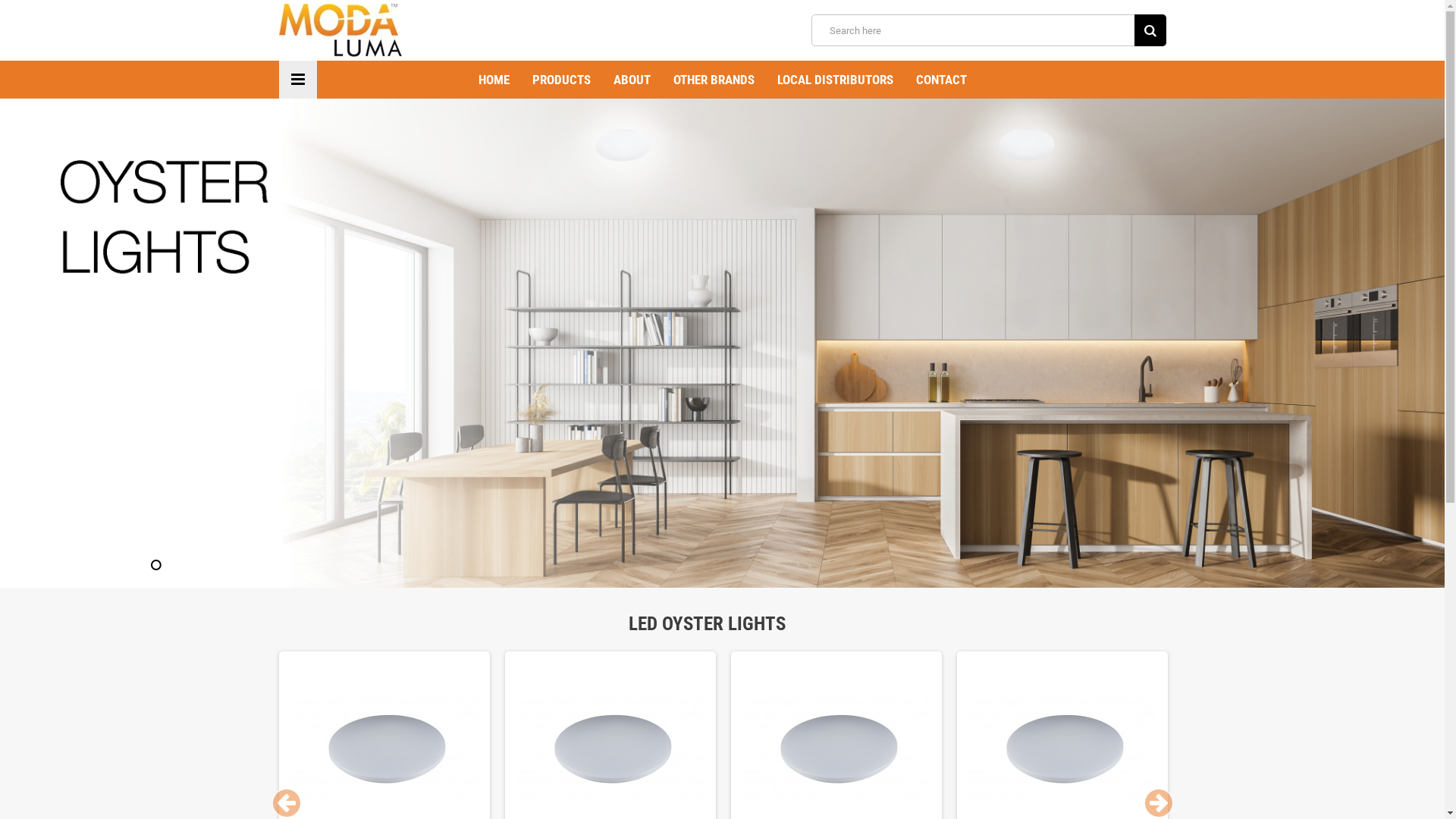 The height and width of the screenshot is (819, 1456). Describe the element at coordinates (765, 79) in the screenshot. I see `'LOCAL DISTRIBUTORS'` at that location.